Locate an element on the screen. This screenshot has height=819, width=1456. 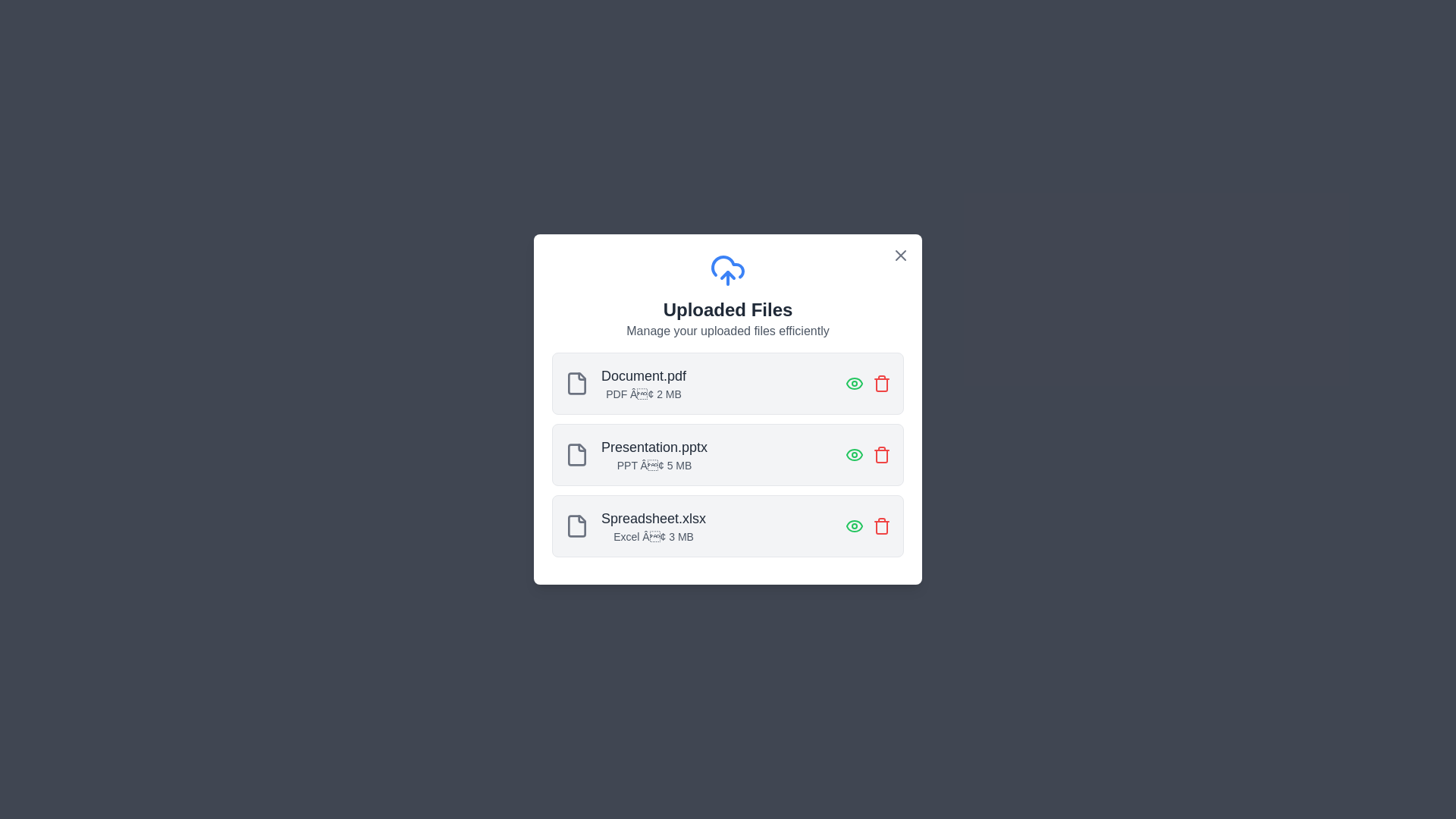
the static text element that displays the file type (PDF) and size (2 MB) located below 'Document.pdf' in the uploaded files list is located at coordinates (644, 394).